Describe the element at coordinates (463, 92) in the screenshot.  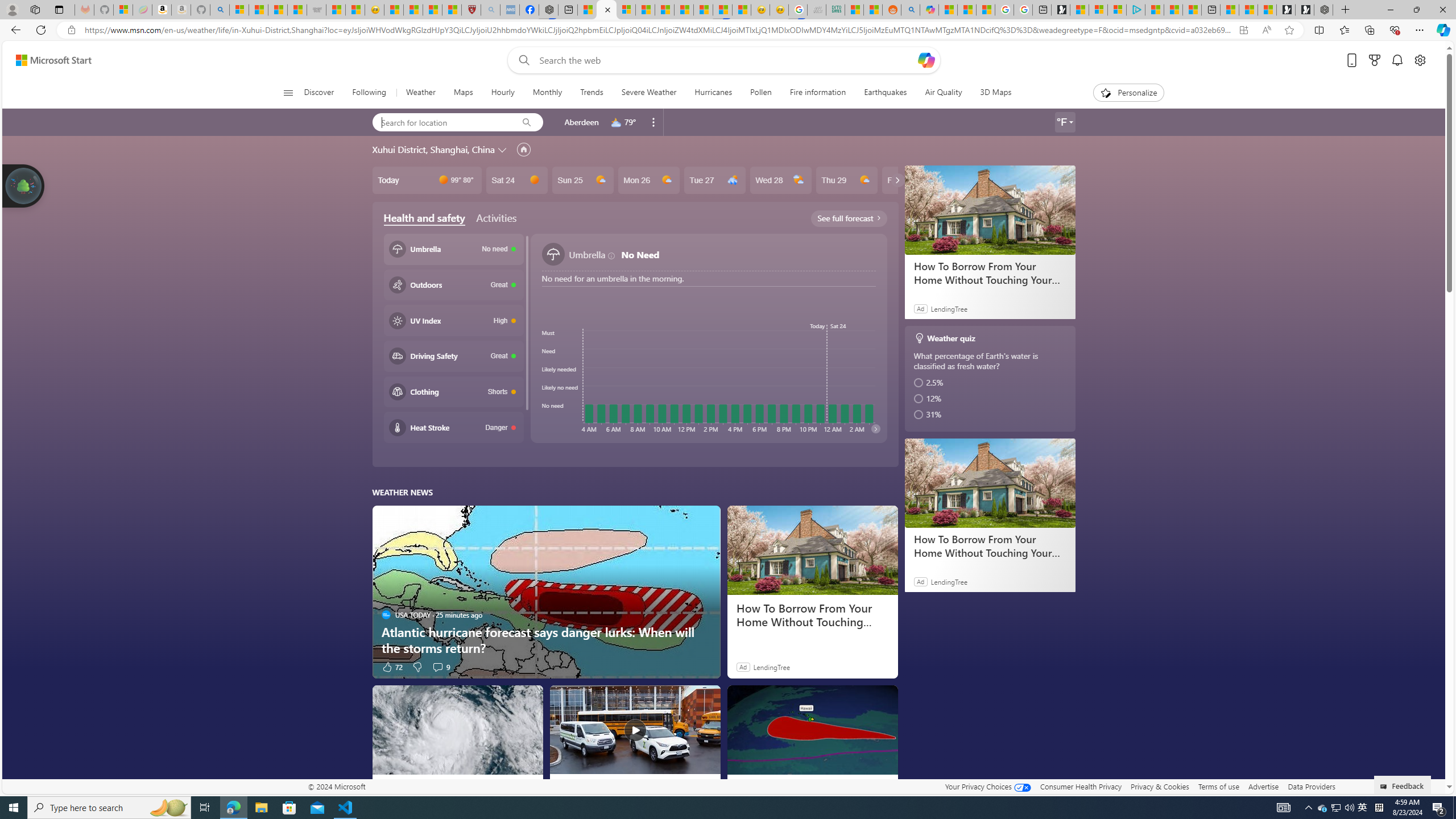
I see `'Maps'` at that location.